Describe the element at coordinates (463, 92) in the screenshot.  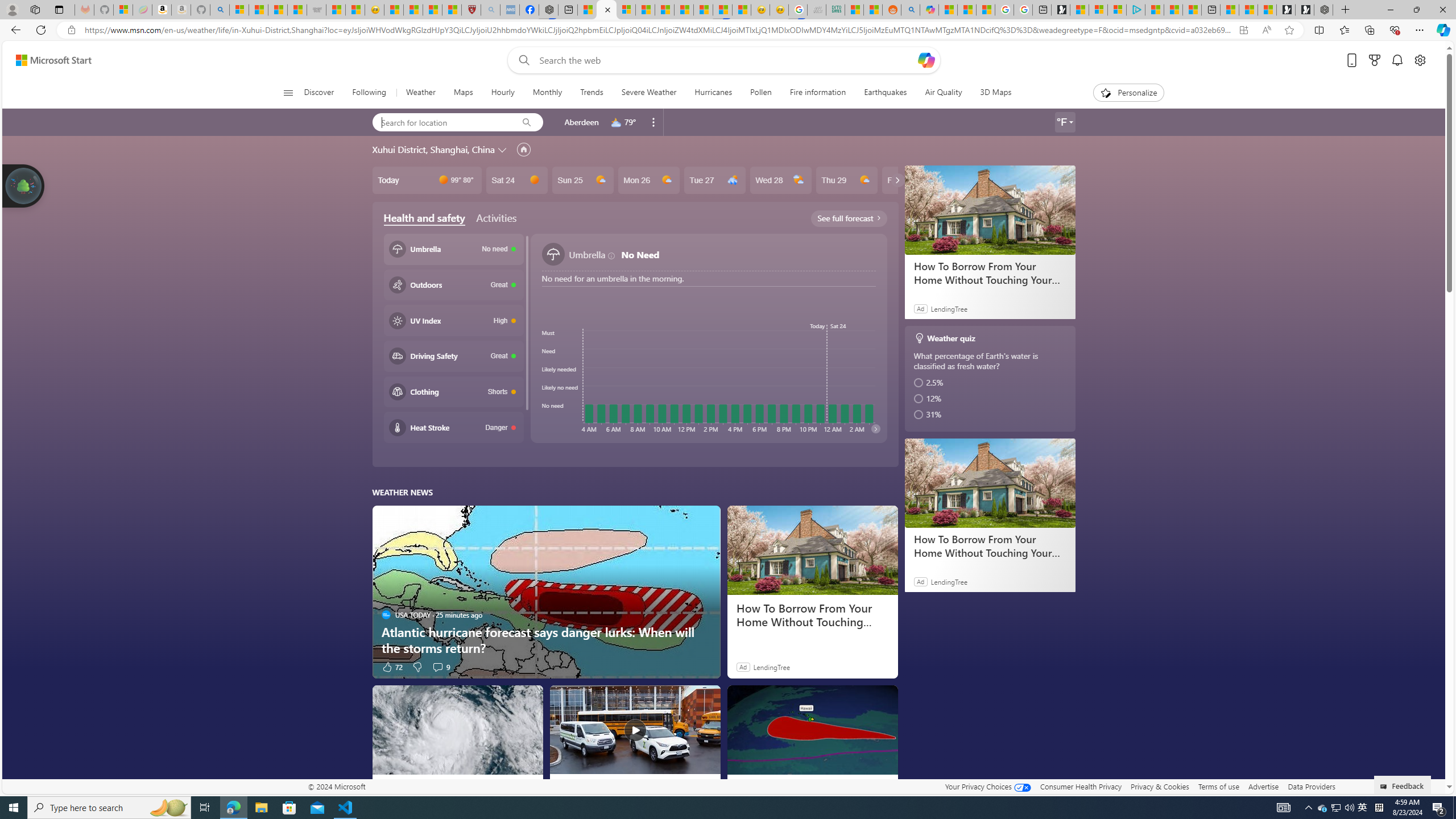
I see `'Maps'` at that location.